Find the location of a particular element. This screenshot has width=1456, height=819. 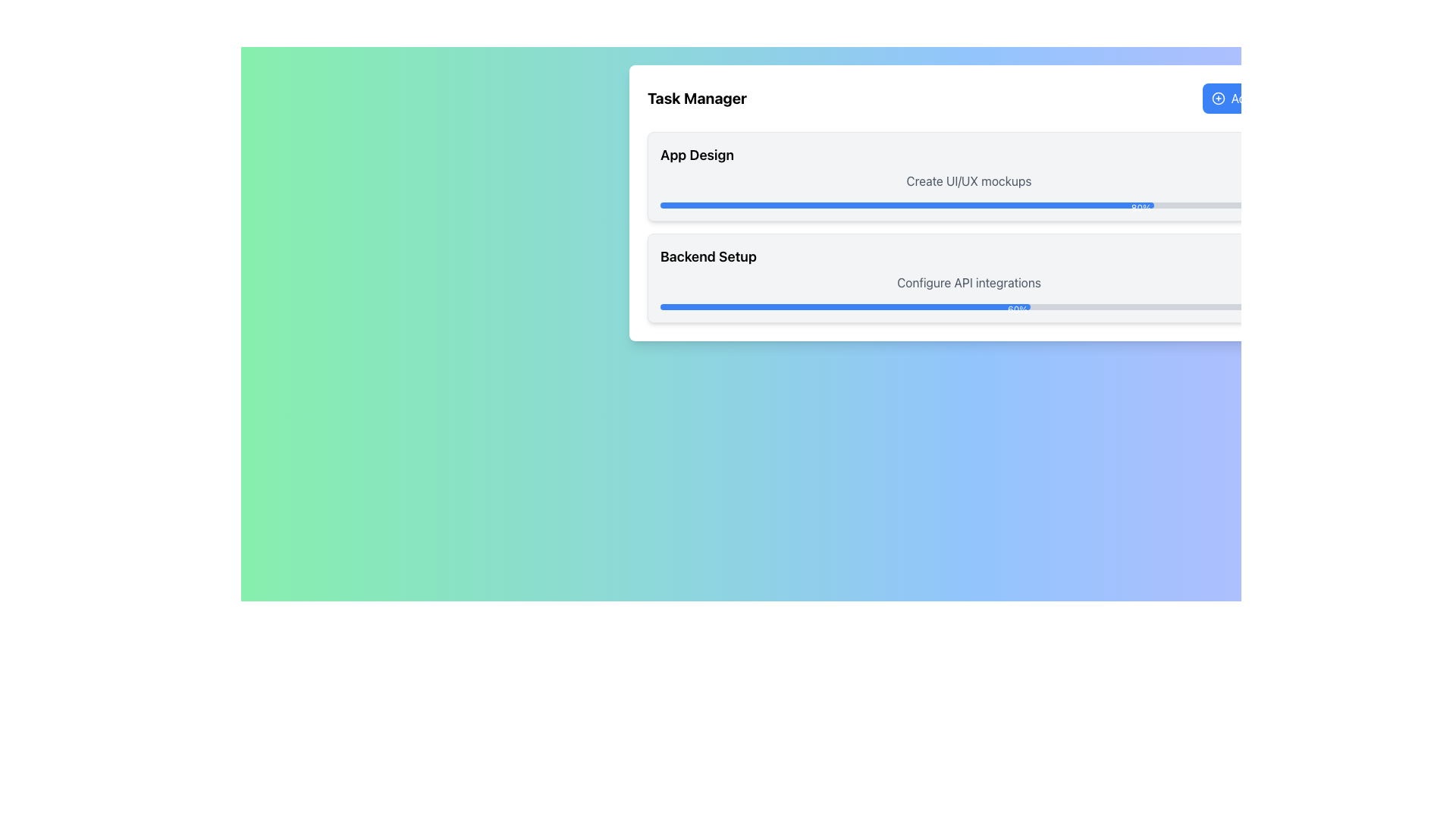

the 'Backend Setup' text label, which is styled in bold and larger font, located in the second card of a vertical stack of task items is located at coordinates (708, 256).